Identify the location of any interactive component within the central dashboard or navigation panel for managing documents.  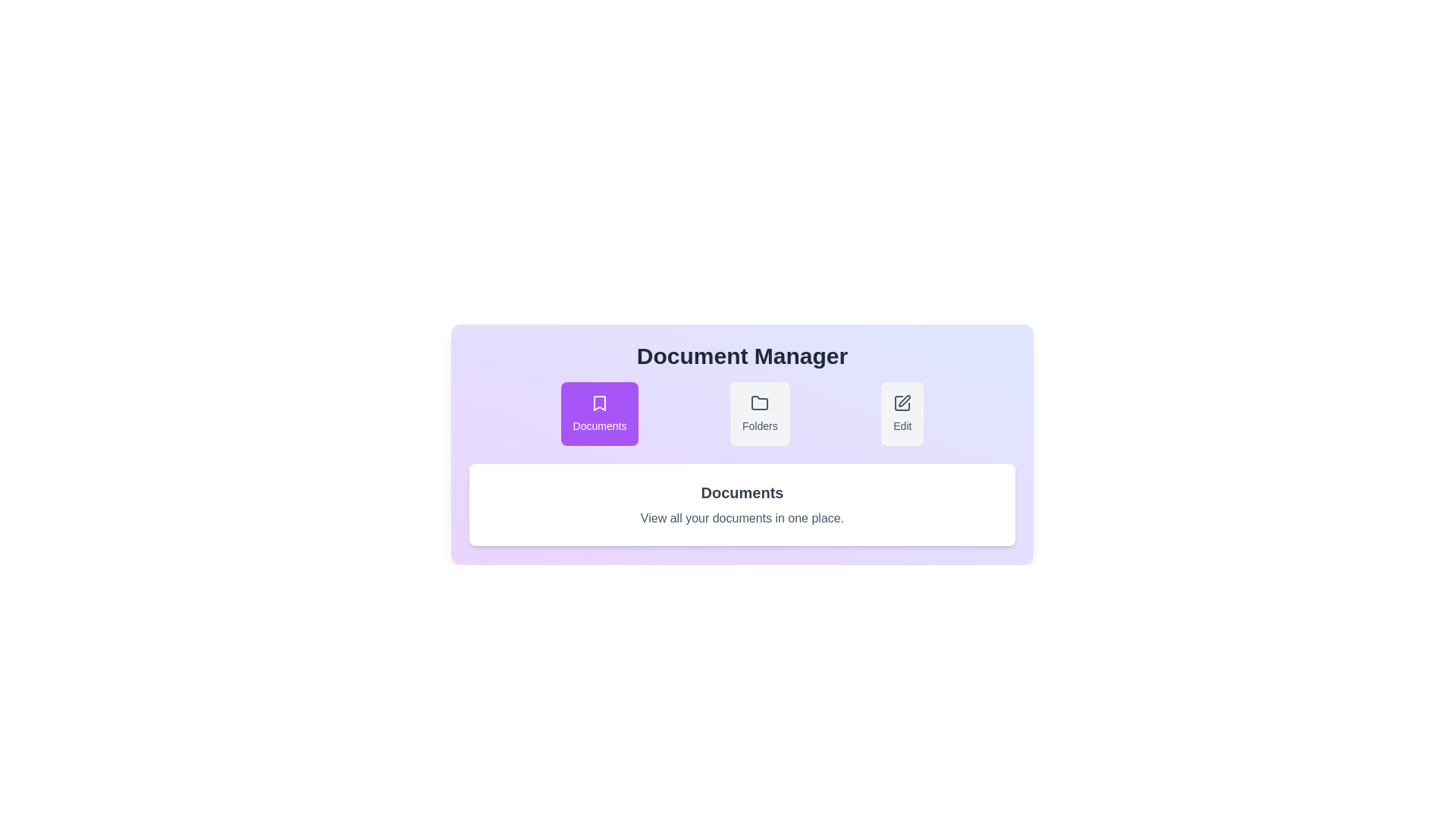
(742, 435).